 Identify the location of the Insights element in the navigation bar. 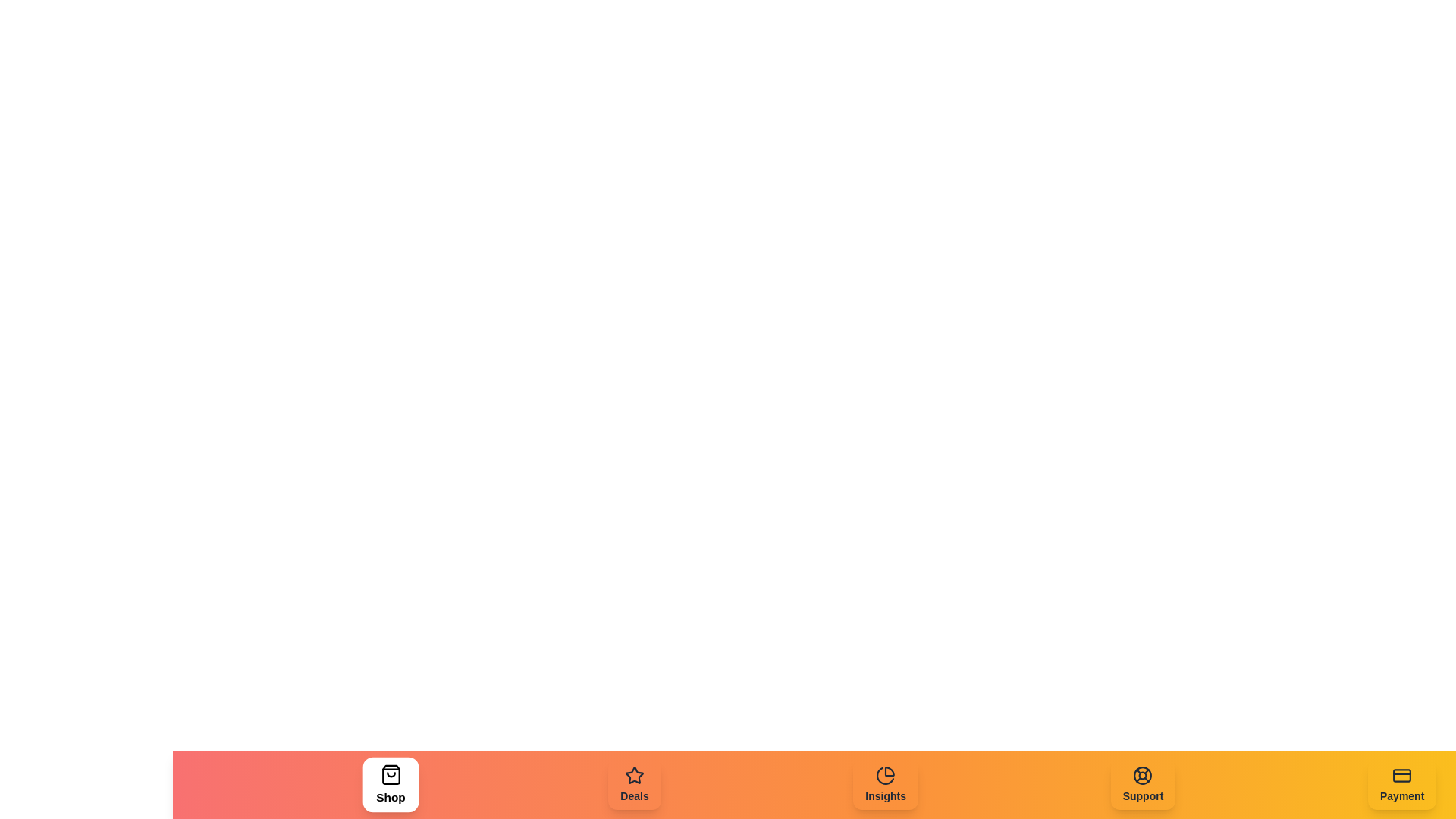
(885, 784).